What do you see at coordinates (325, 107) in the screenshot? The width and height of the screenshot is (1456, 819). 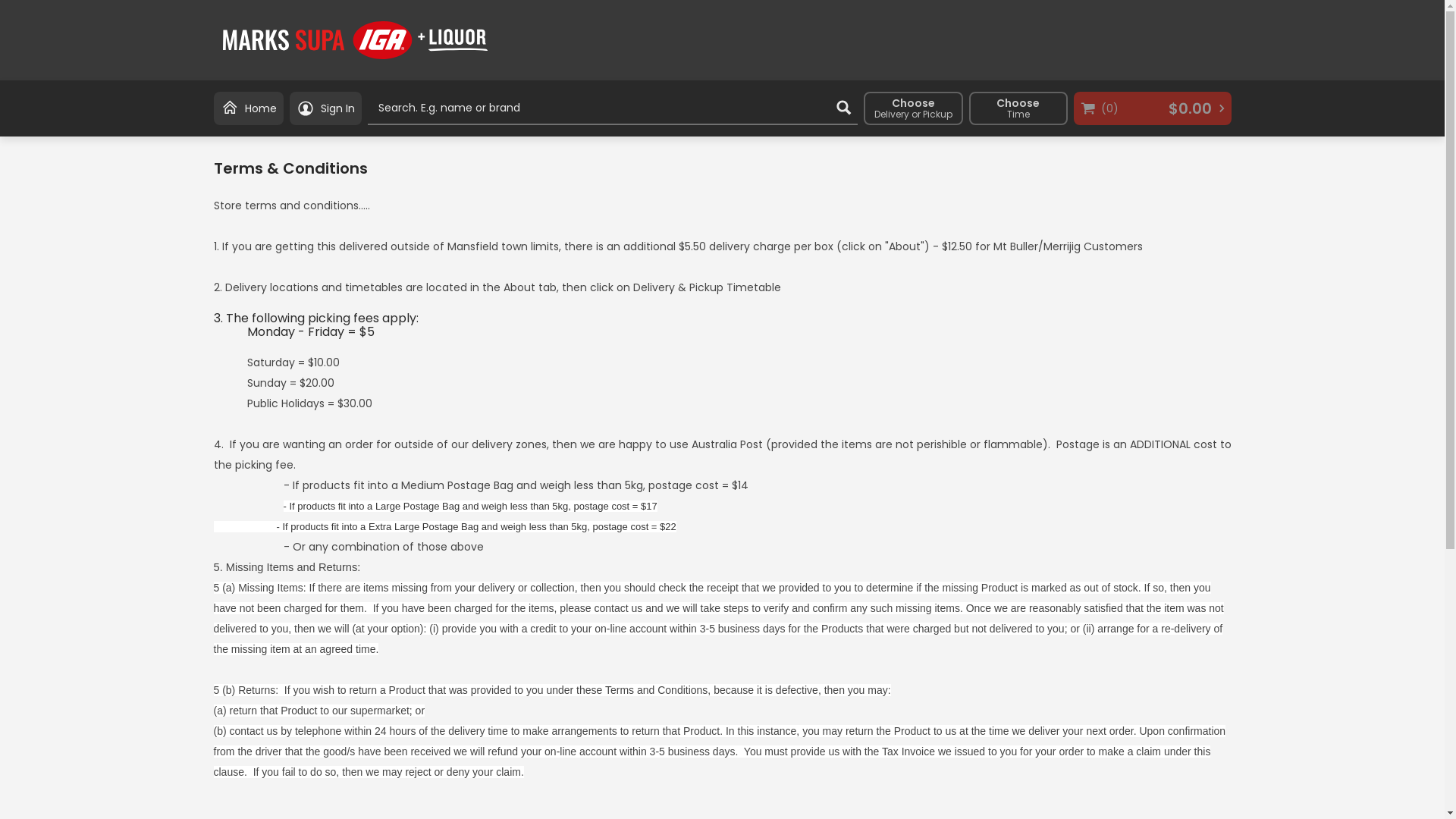 I see `'Sign In'` at bounding box center [325, 107].